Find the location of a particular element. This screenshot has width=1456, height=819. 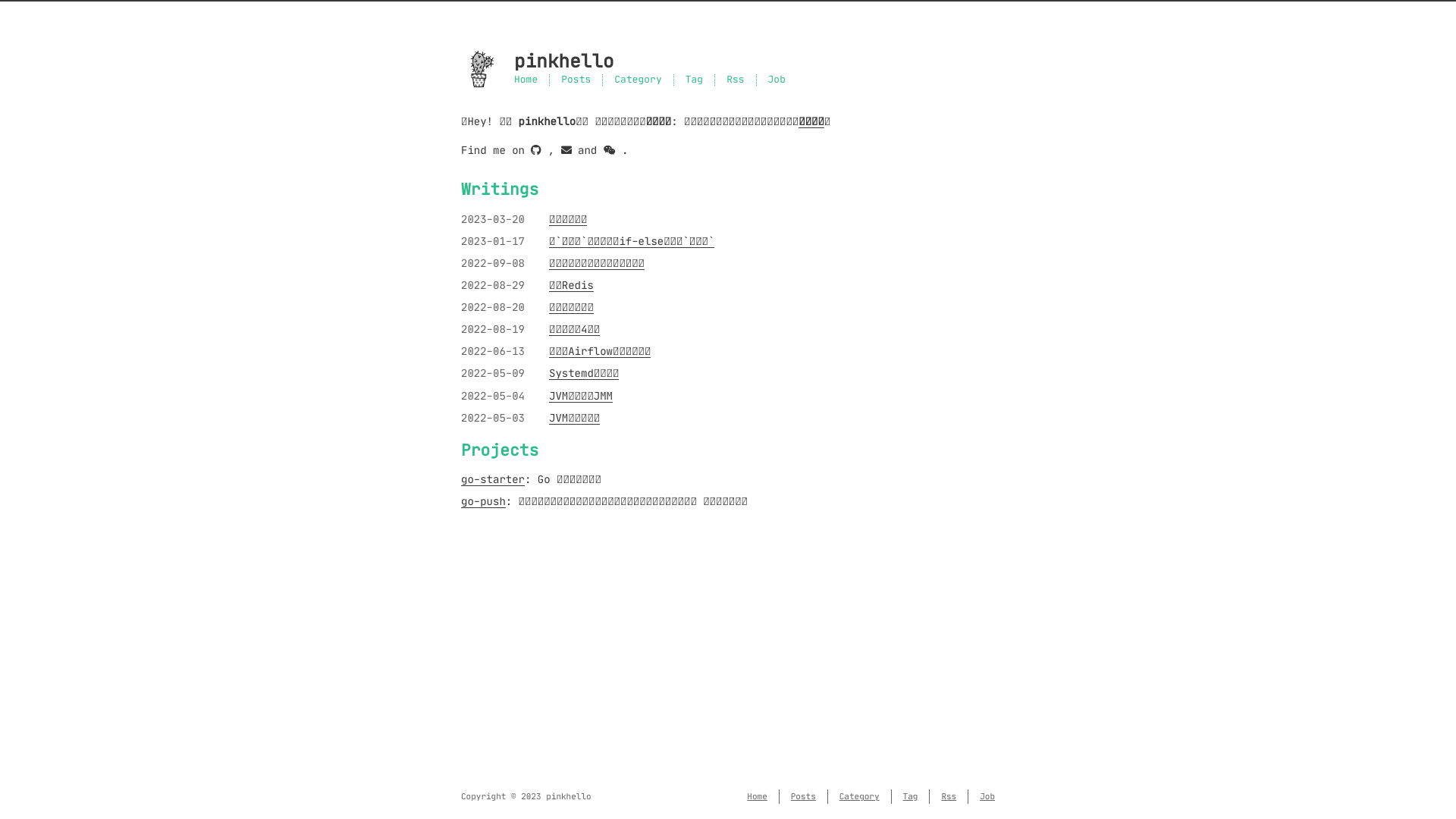

'Posts' is located at coordinates (575, 80).